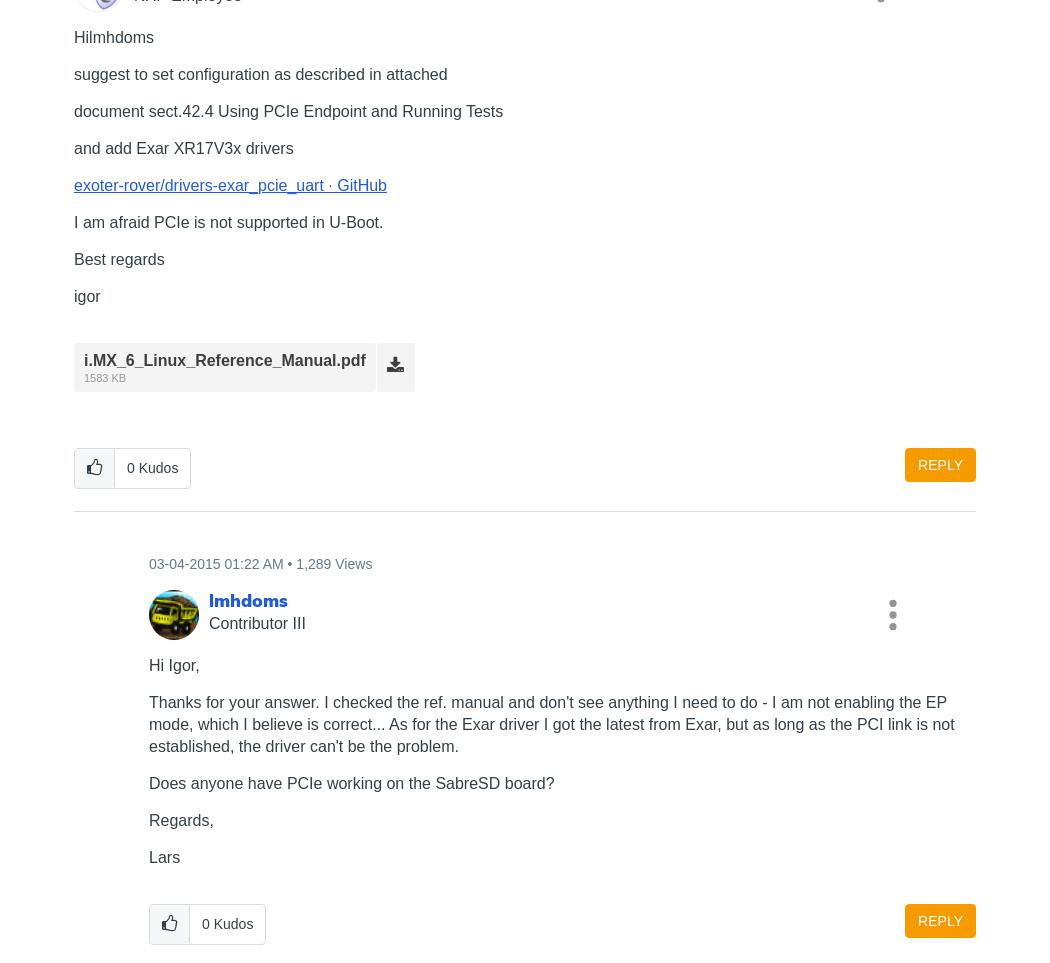 This screenshot has height=963, width=1050. Describe the element at coordinates (147, 856) in the screenshot. I see `'Lars'` at that location.